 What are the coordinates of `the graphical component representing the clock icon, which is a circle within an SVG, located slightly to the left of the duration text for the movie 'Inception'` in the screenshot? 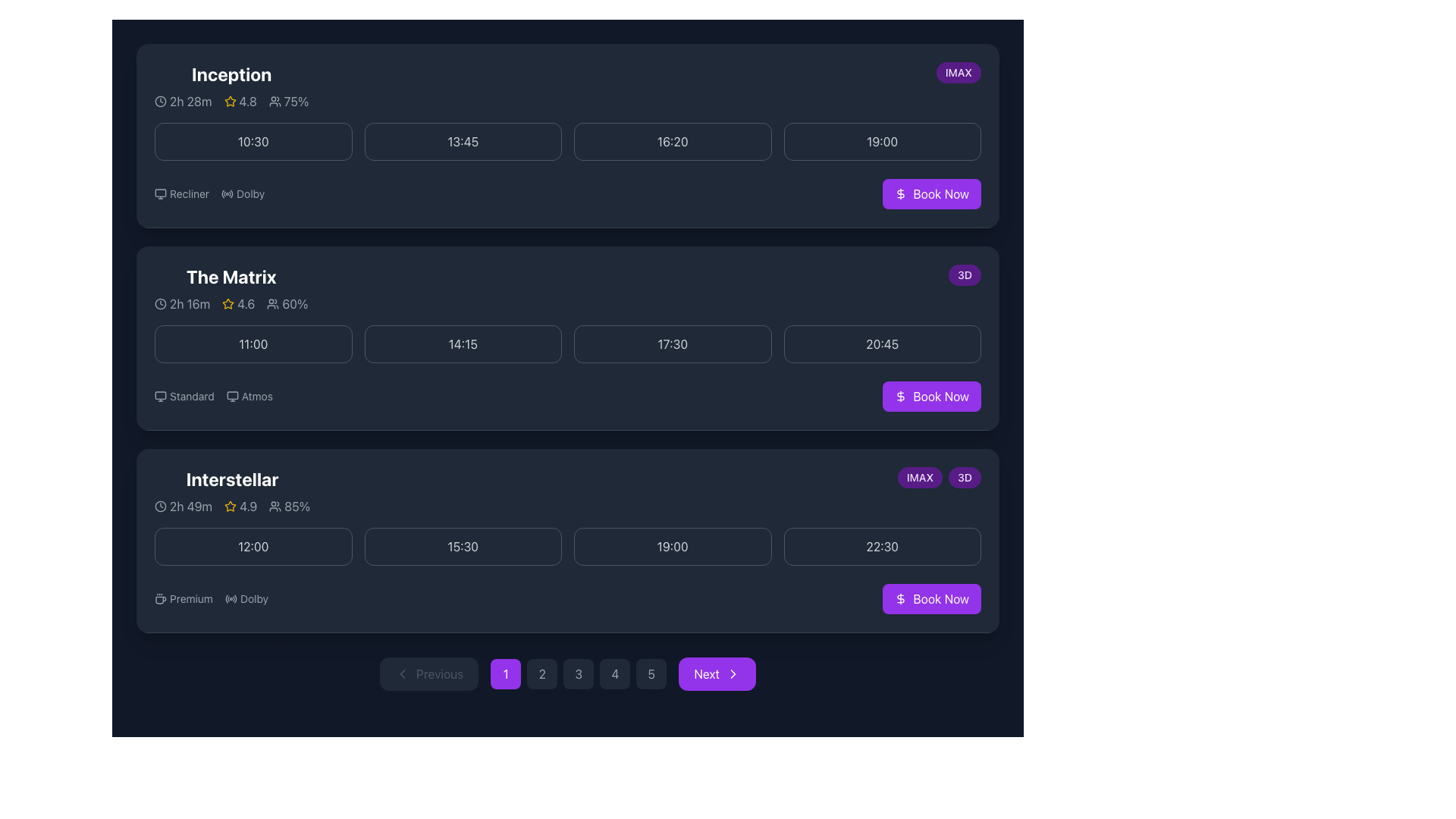 It's located at (160, 102).